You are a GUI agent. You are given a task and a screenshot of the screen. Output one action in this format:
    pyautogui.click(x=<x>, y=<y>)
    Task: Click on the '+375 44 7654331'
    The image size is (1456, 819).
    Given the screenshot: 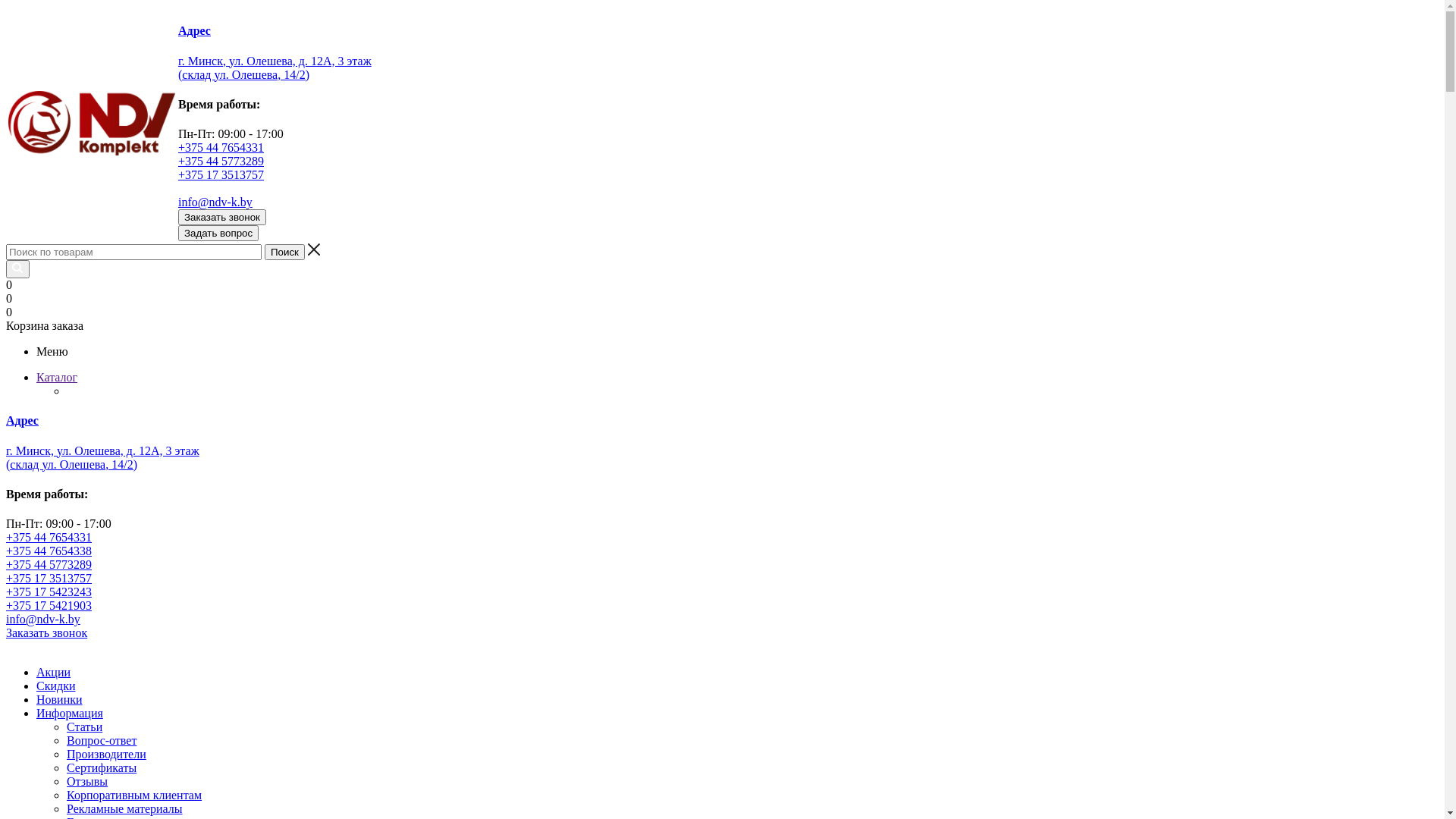 What is the action you would take?
    pyautogui.click(x=220, y=147)
    